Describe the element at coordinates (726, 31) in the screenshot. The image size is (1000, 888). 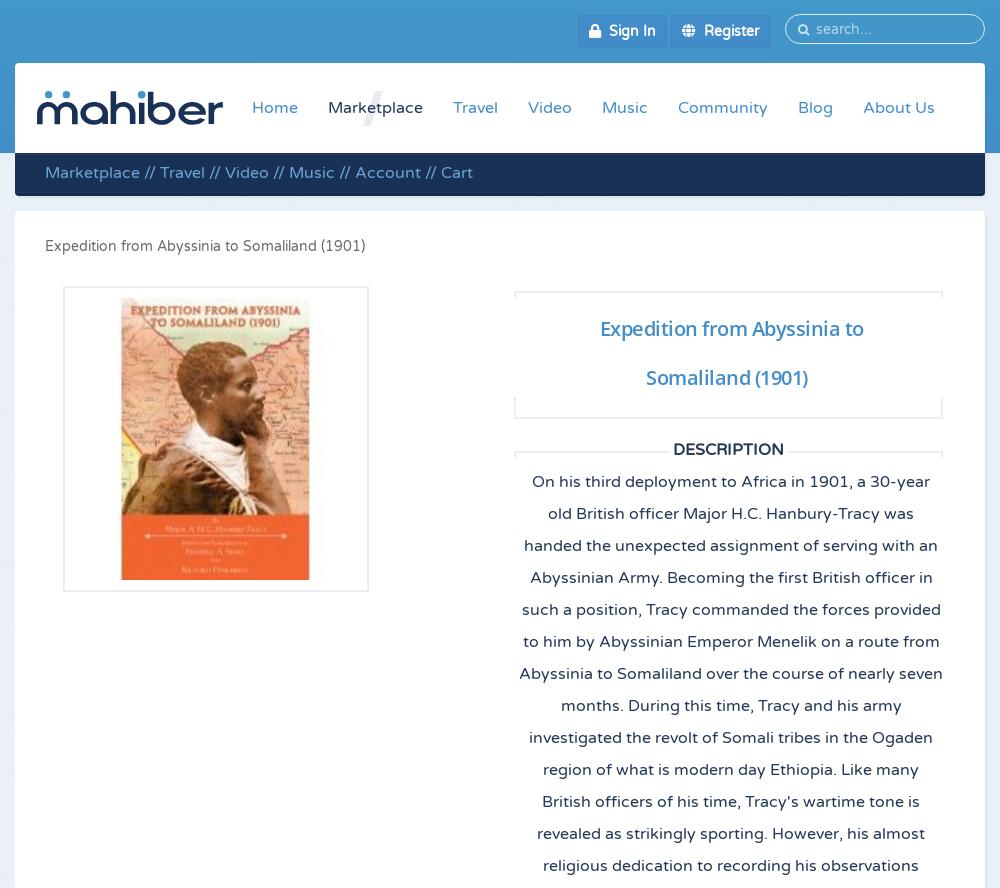
I see `'Register'` at that location.